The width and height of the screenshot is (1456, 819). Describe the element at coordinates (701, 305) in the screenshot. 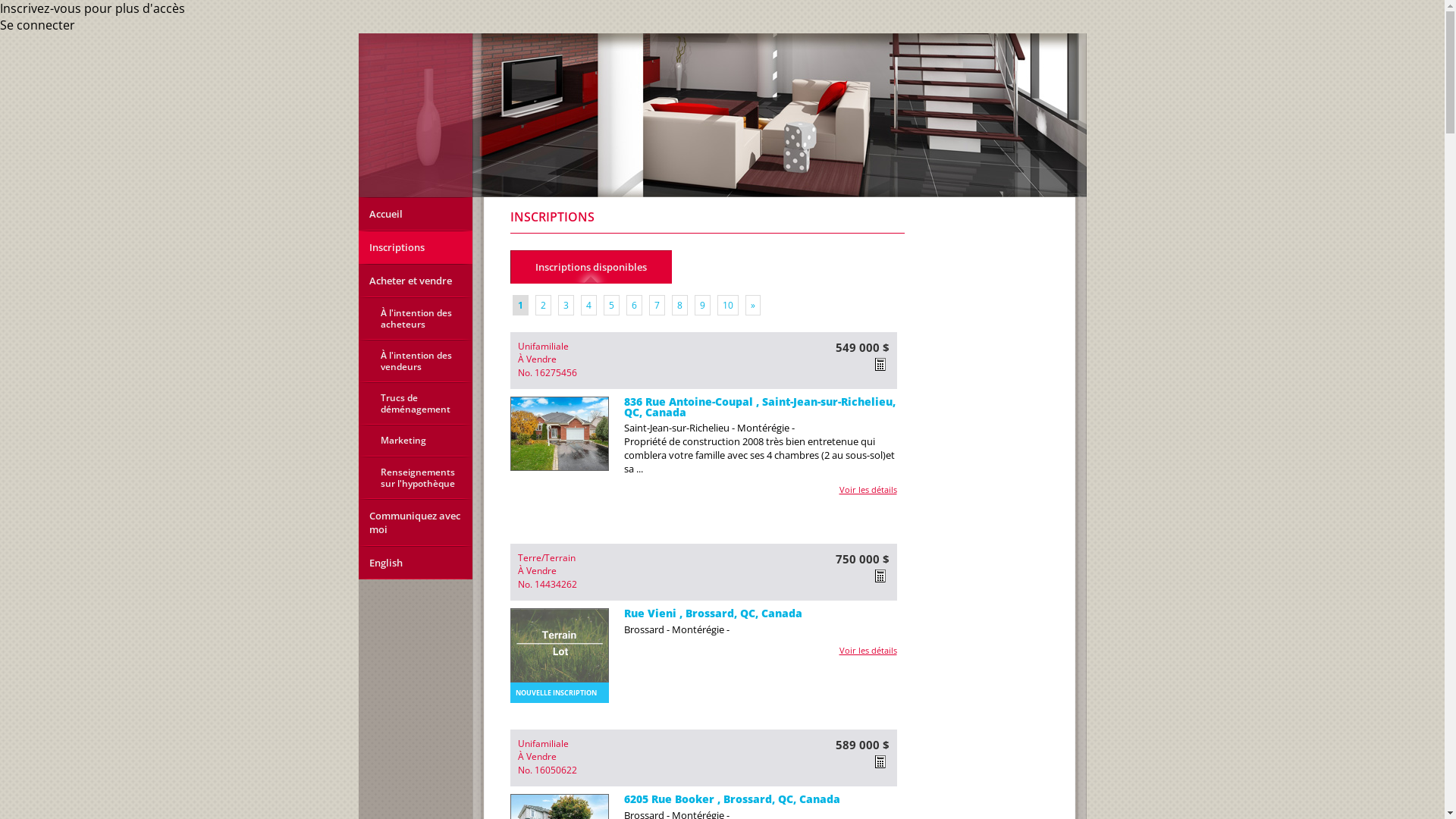

I see `'9'` at that location.